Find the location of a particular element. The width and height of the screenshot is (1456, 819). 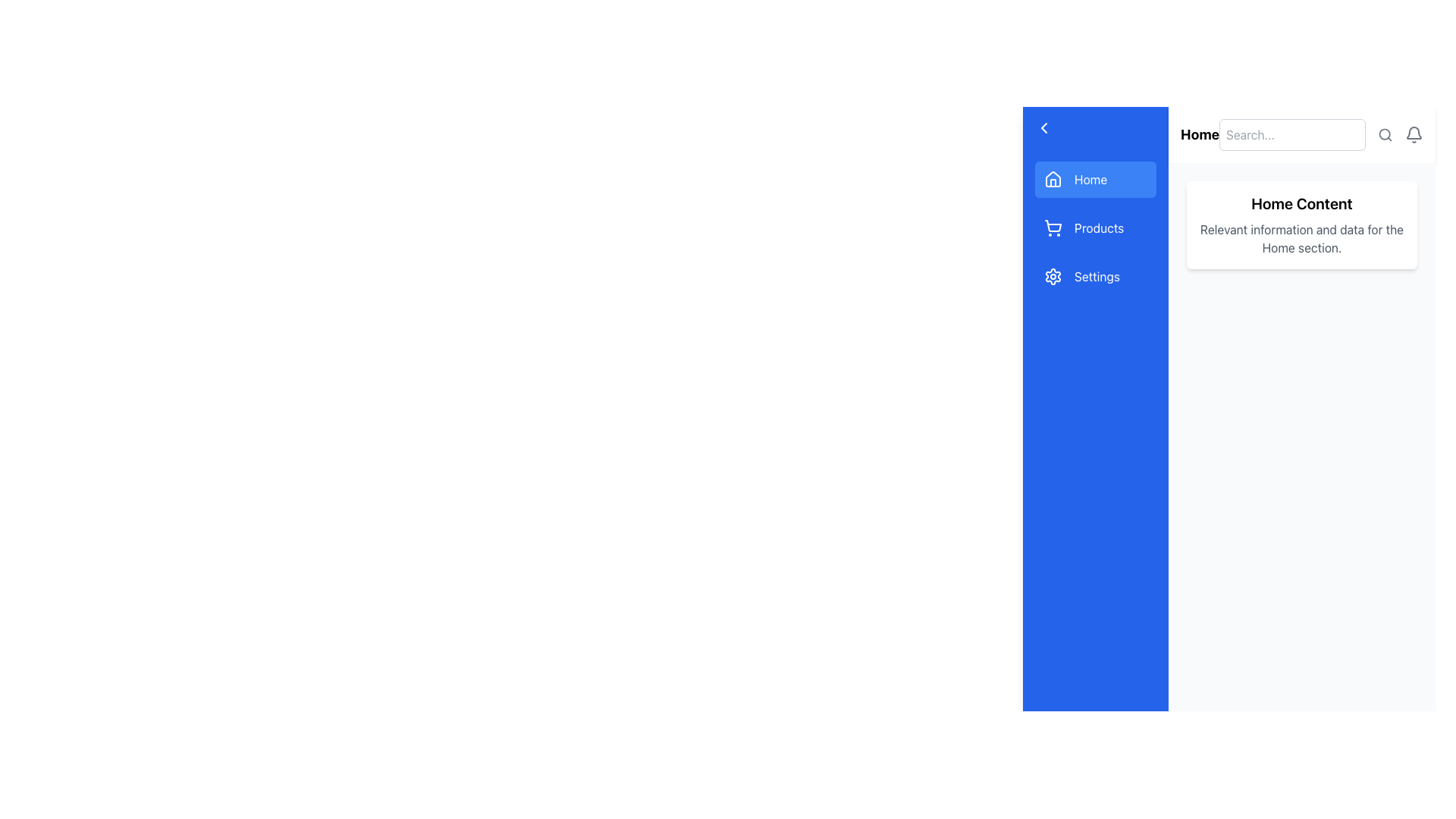

the left-pointing chevron icon rendered in white over a blue background located in the top-left section of the blue navigation panel is located at coordinates (1043, 127).